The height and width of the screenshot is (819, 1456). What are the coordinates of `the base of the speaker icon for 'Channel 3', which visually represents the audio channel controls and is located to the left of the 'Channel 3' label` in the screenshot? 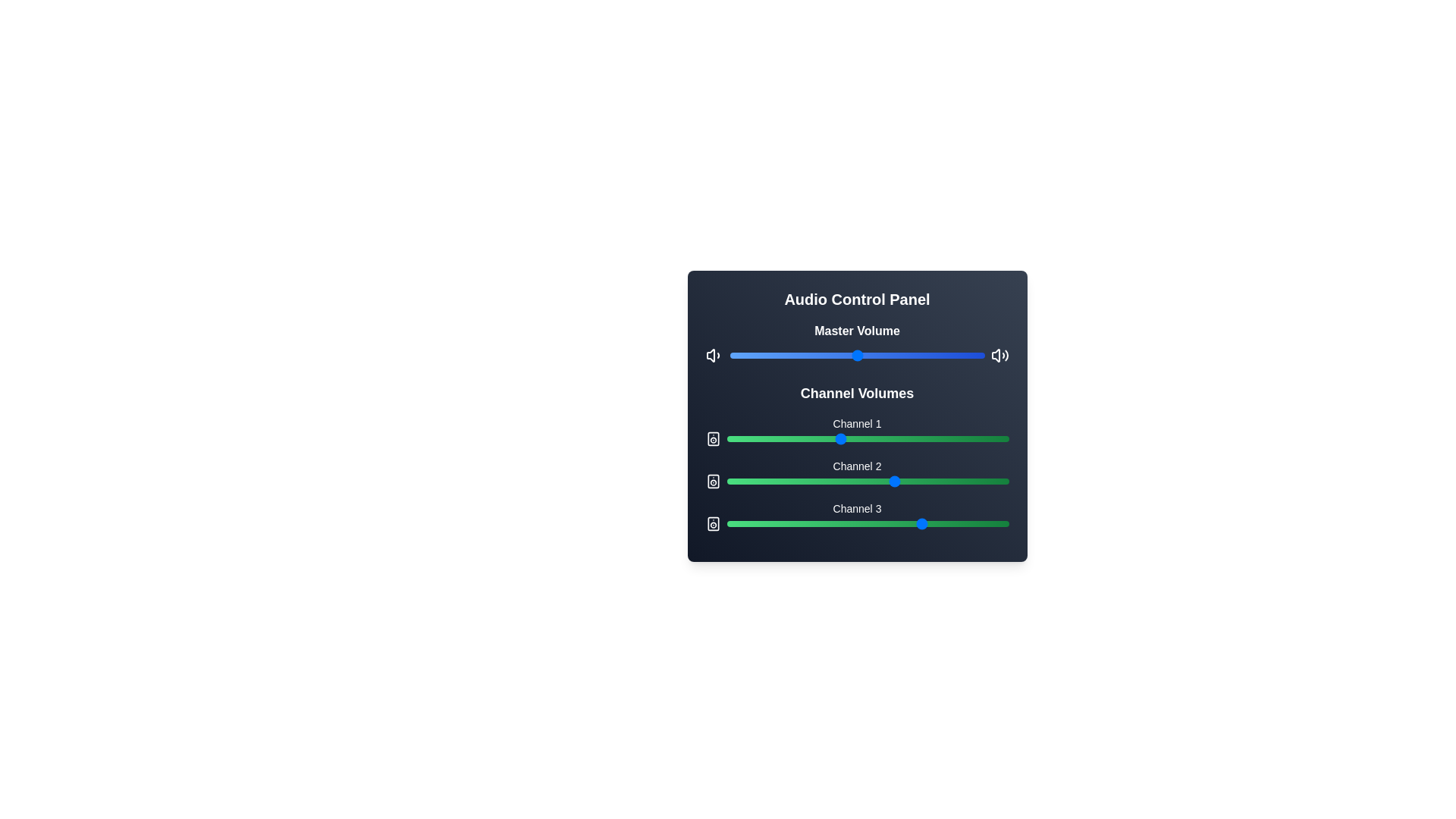 It's located at (712, 522).